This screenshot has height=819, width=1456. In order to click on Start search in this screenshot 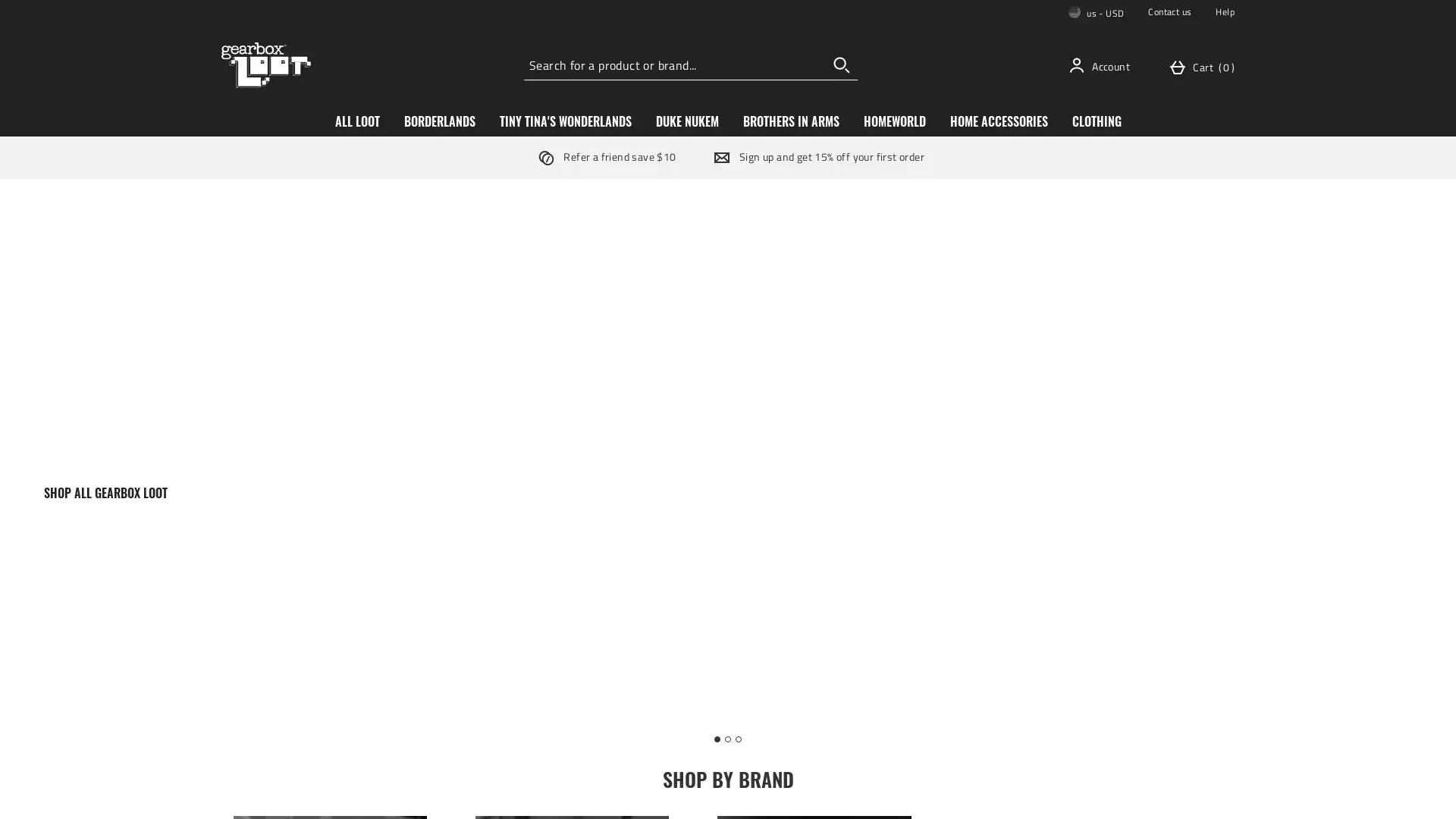, I will do `click(841, 64)`.